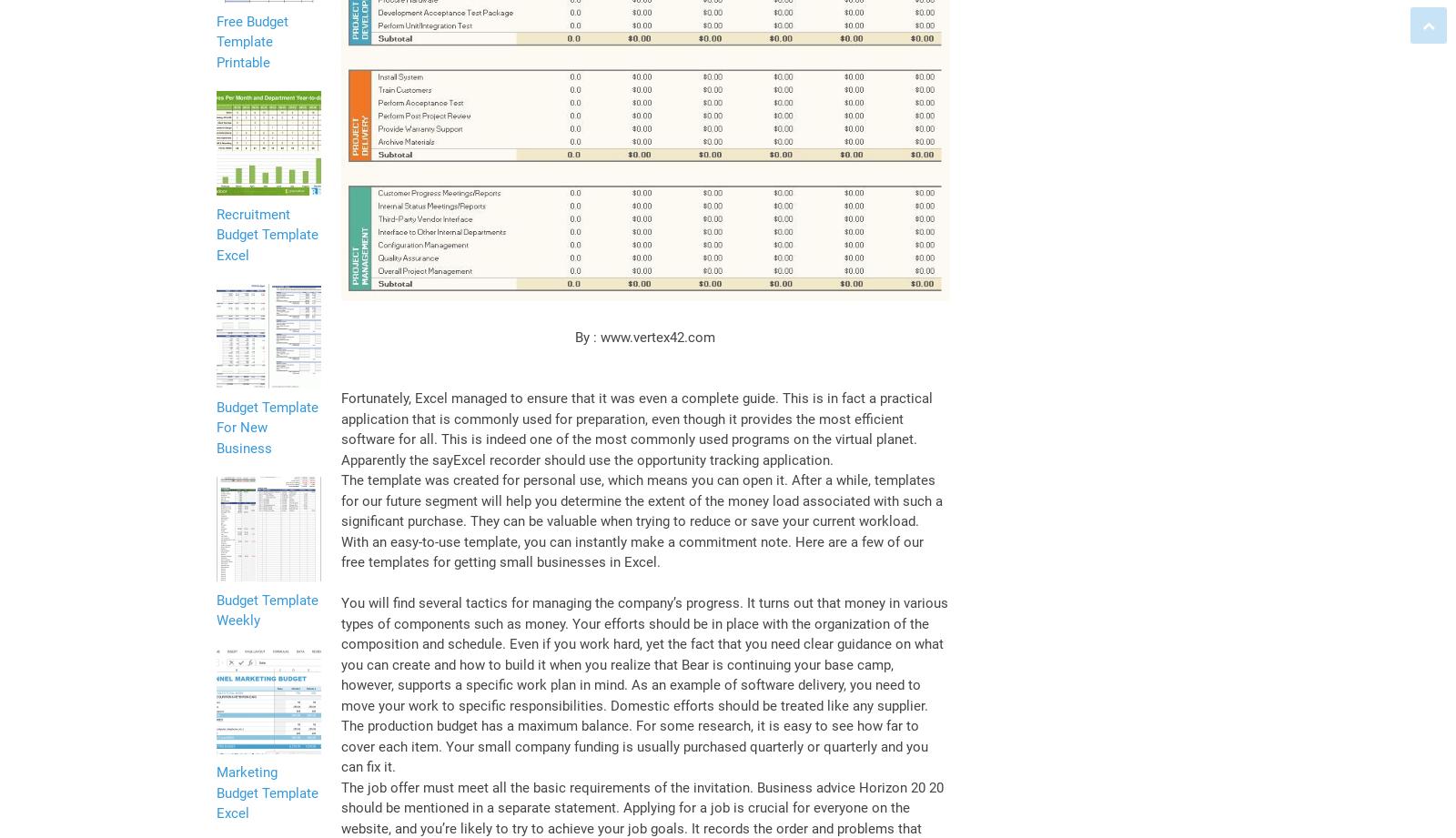  I want to click on 'By : www.vertex42.com', so click(644, 336).